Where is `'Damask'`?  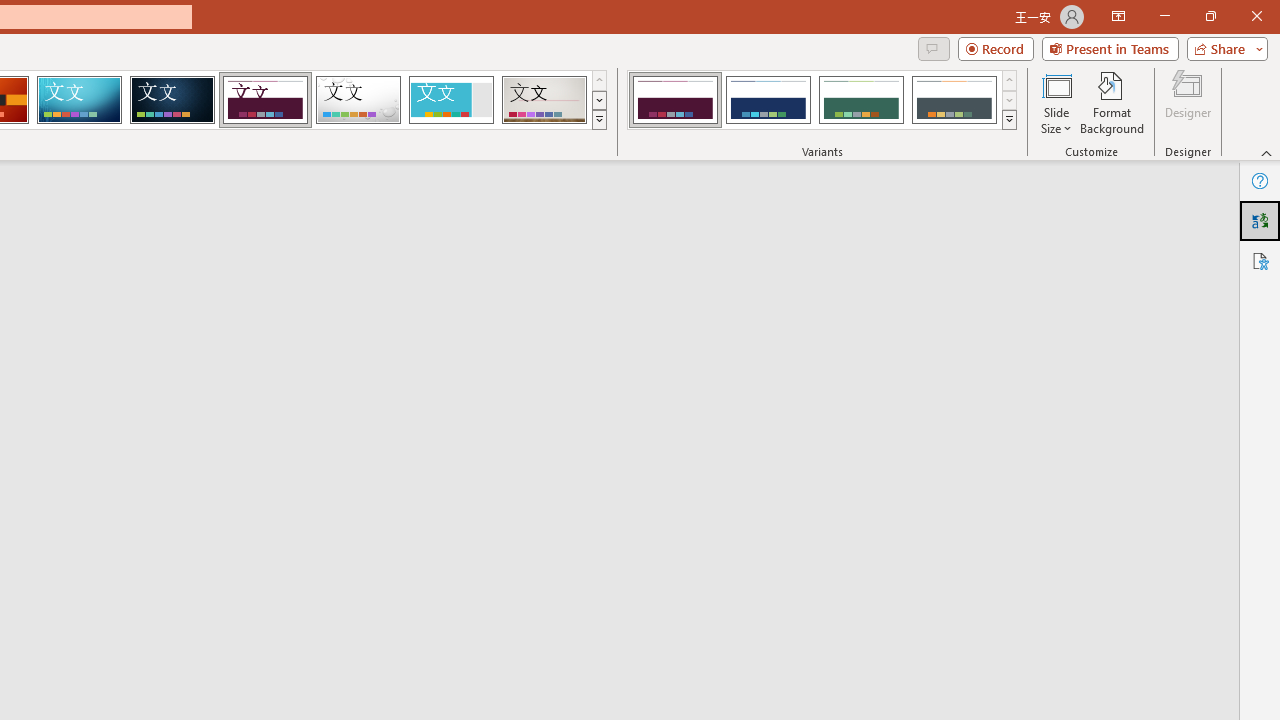
'Damask' is located at coordinates (172, 100).